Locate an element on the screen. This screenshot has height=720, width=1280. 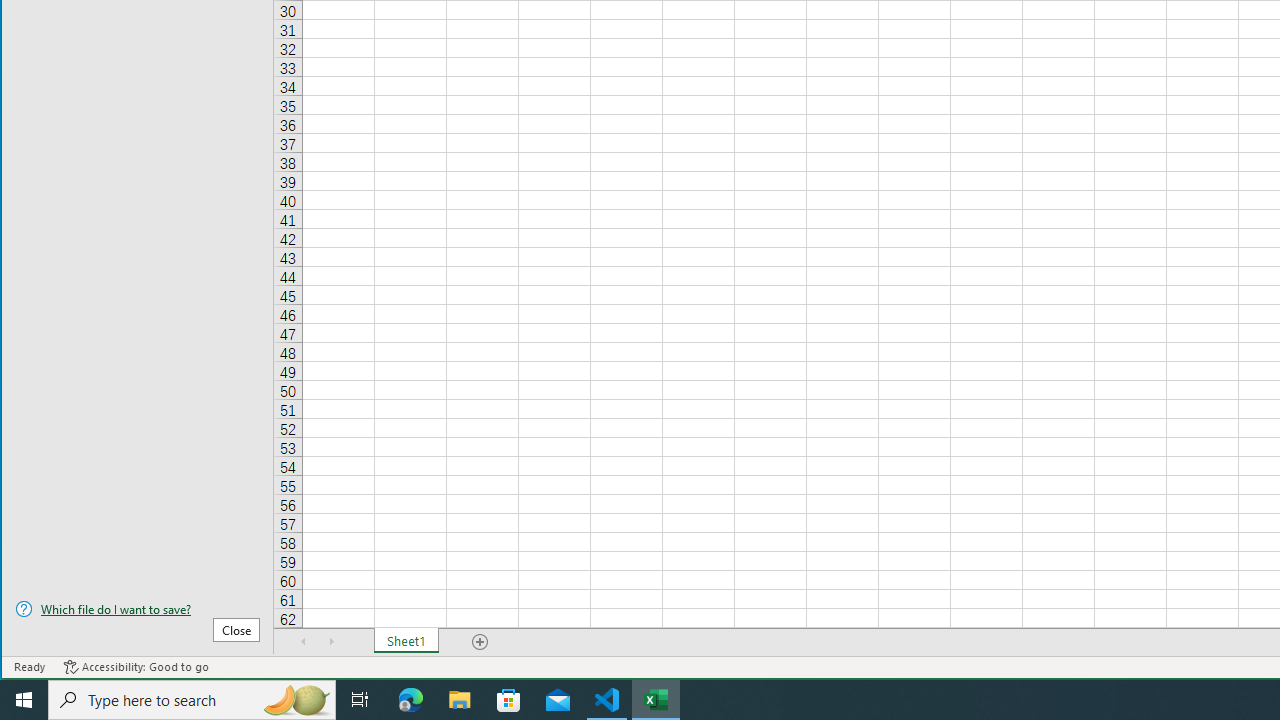
'Accessibility Checker Accessibility: Good to go' is located at coordinates (135, 667).